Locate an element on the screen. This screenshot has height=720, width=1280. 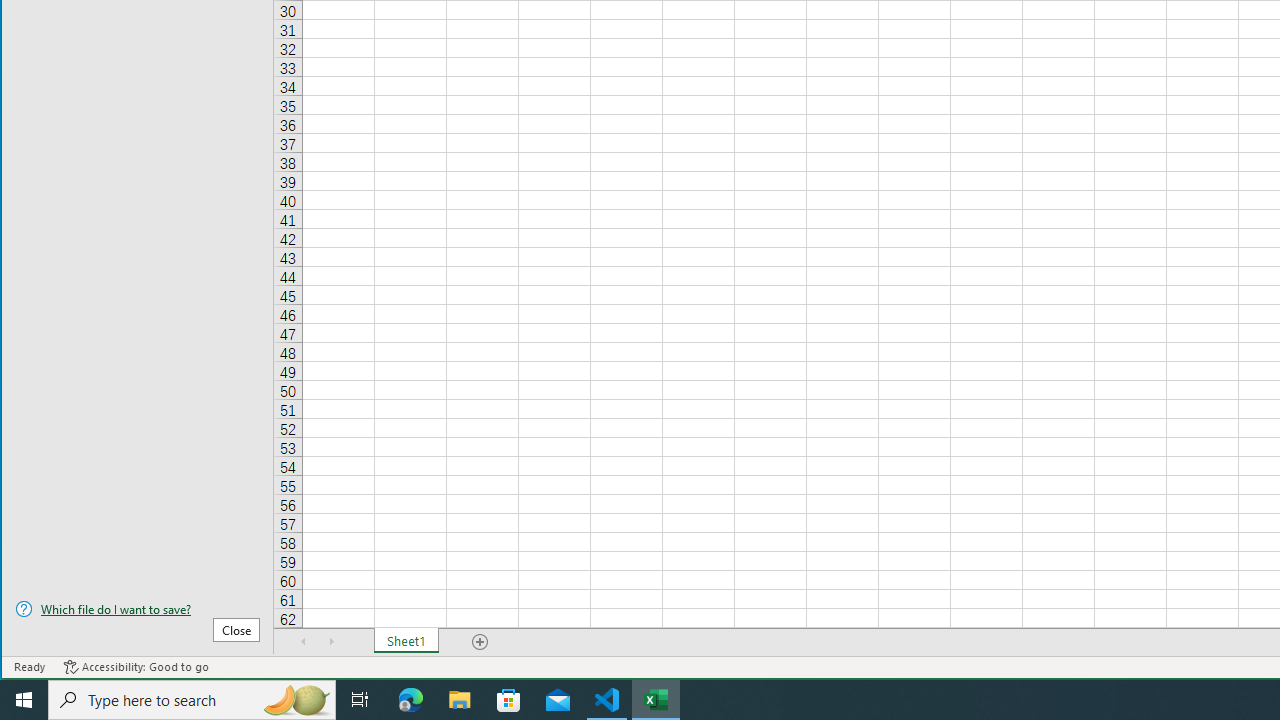
'Accessibility Checker Accessibility: Good to go' is located at coordinates (135, 667).